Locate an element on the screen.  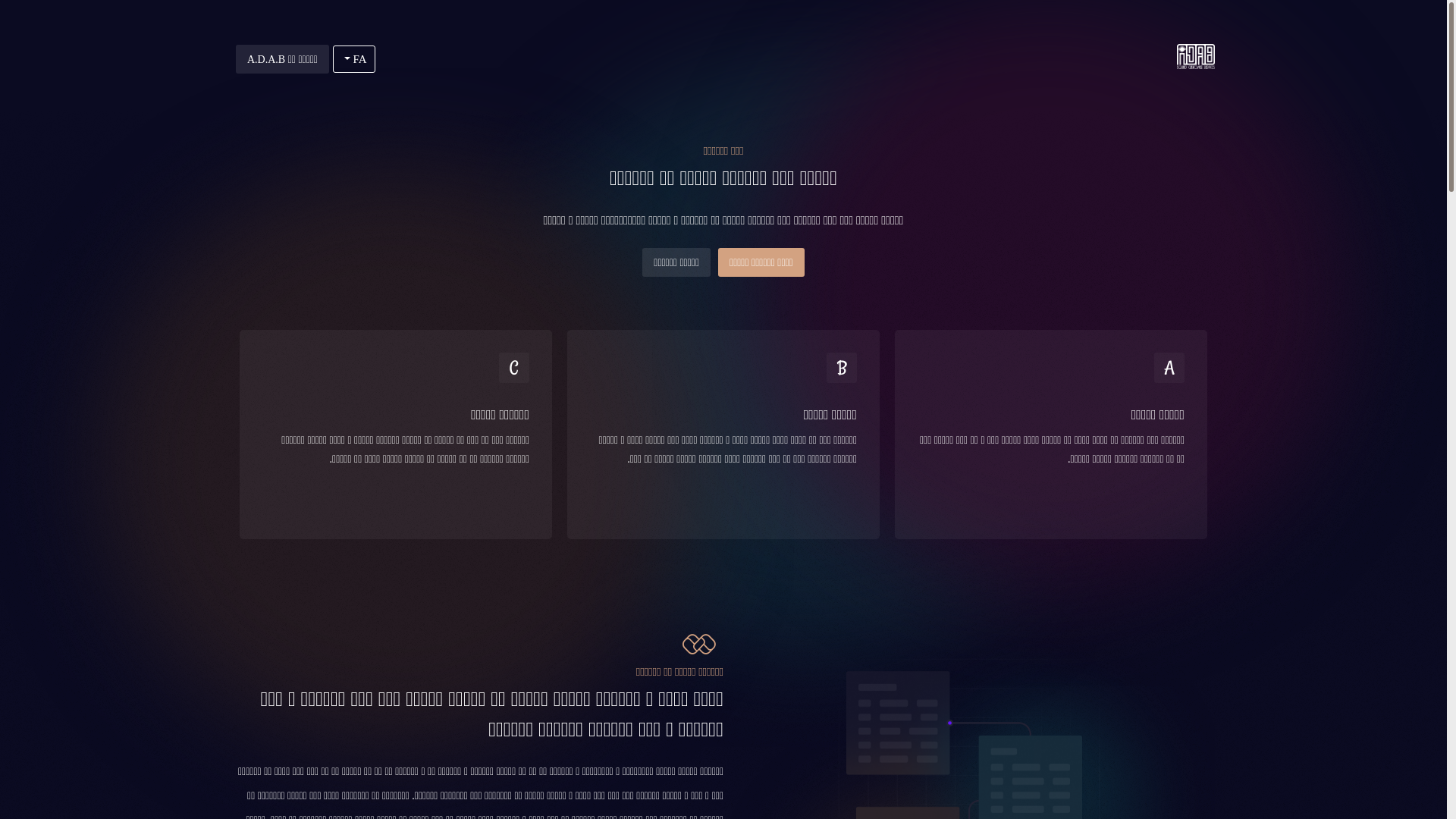
'FA' is located at coordinates (353, 58).